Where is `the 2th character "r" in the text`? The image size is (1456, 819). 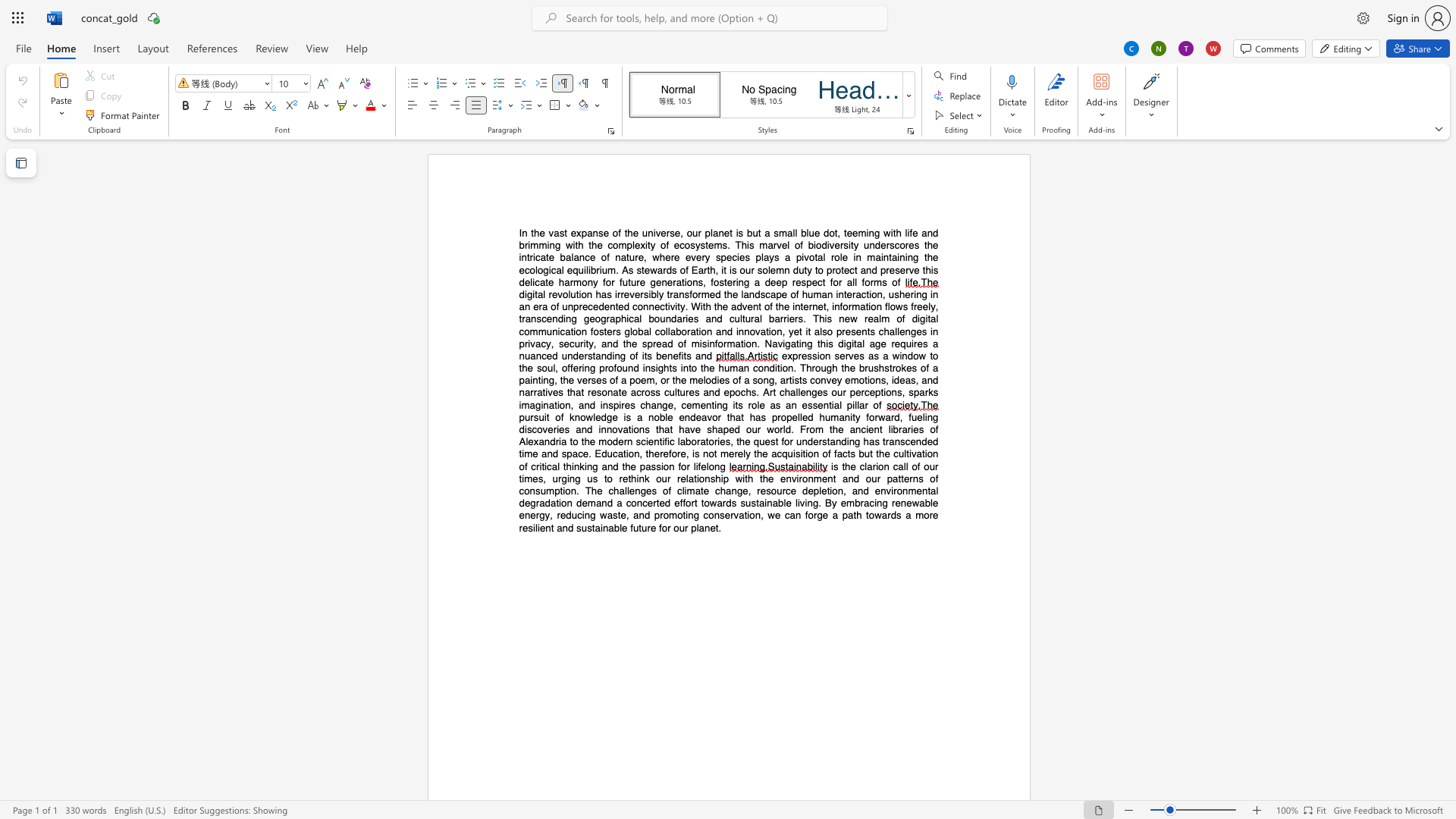 the 2th character "r" in the text is located at coordinates (623, 404).